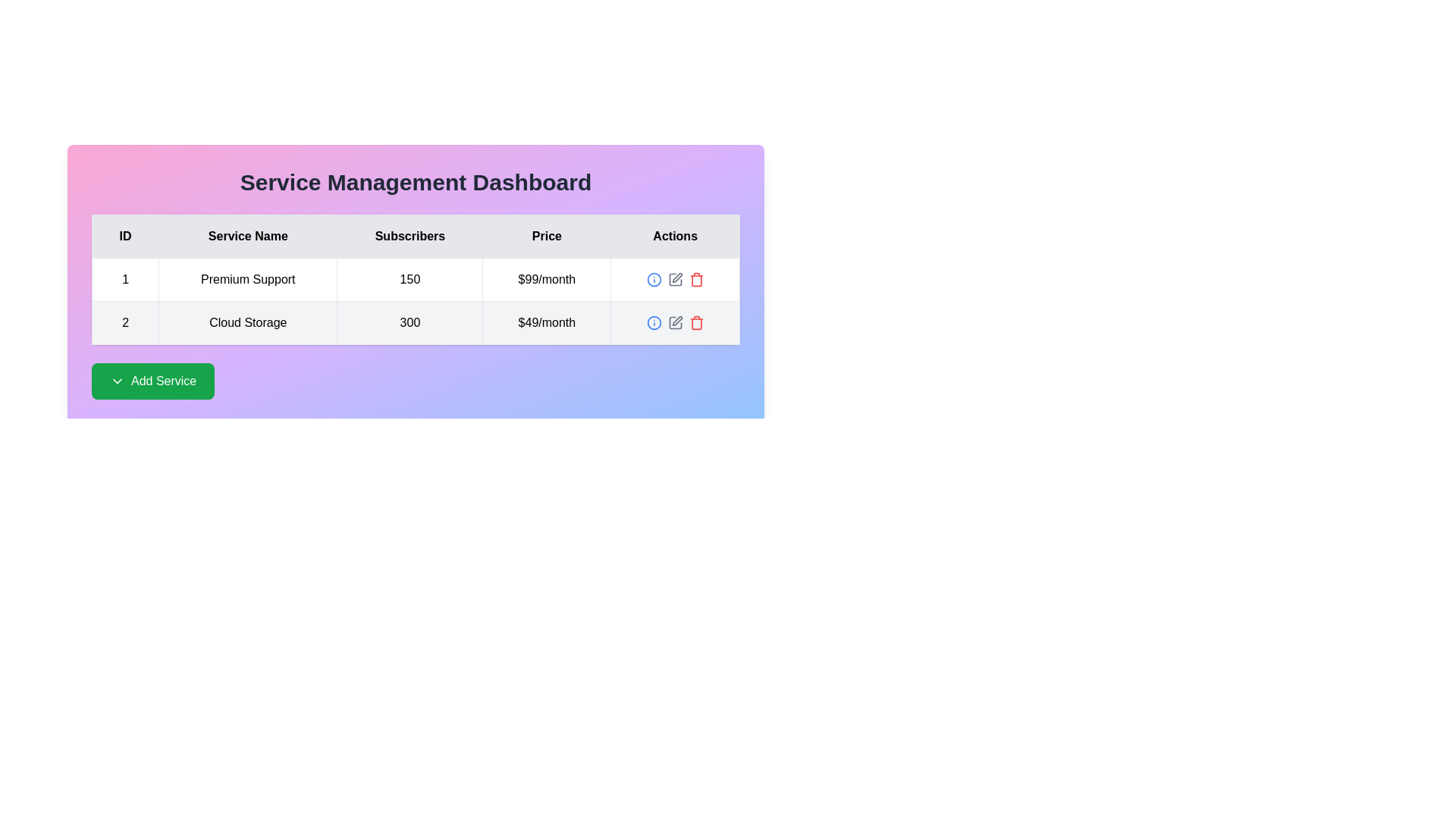  Describe the element at coordinates (116, 380) in the screenshot. I see `the Downward chevron icon of the 'Add Service' button` at that location.